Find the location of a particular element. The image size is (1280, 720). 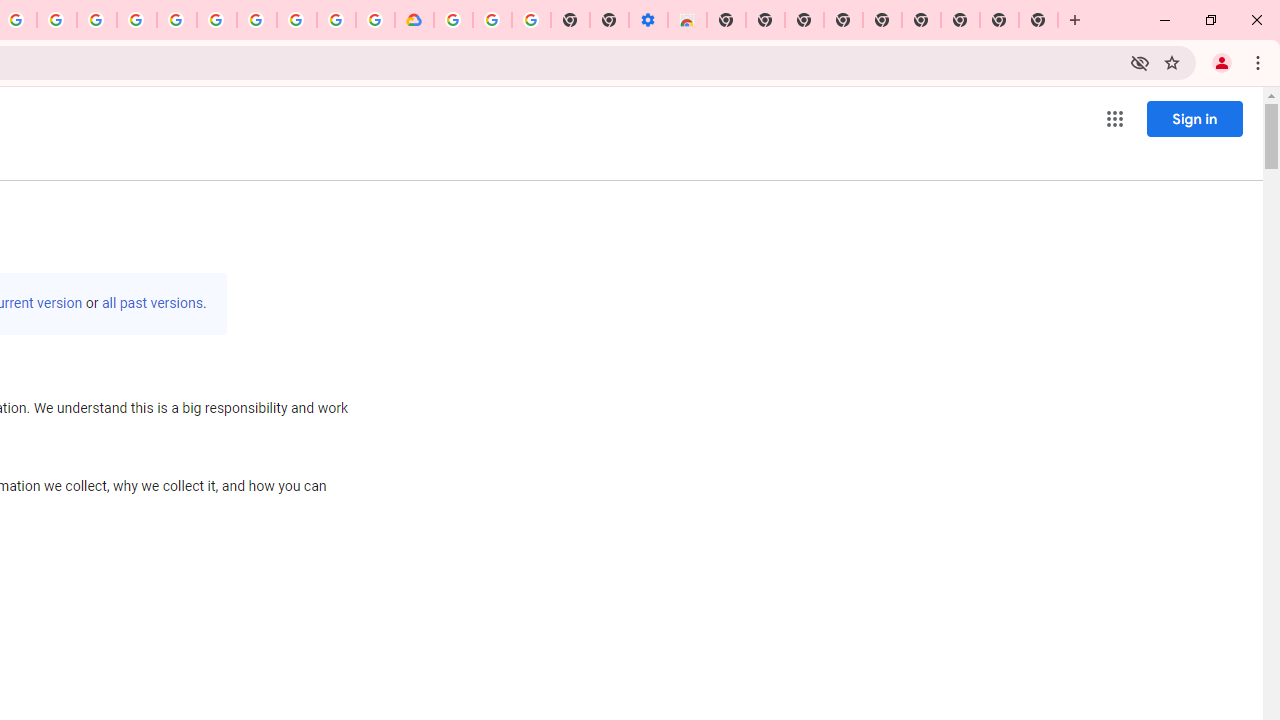

'Settings - Accessibility' is located at coordinates (648, 20).